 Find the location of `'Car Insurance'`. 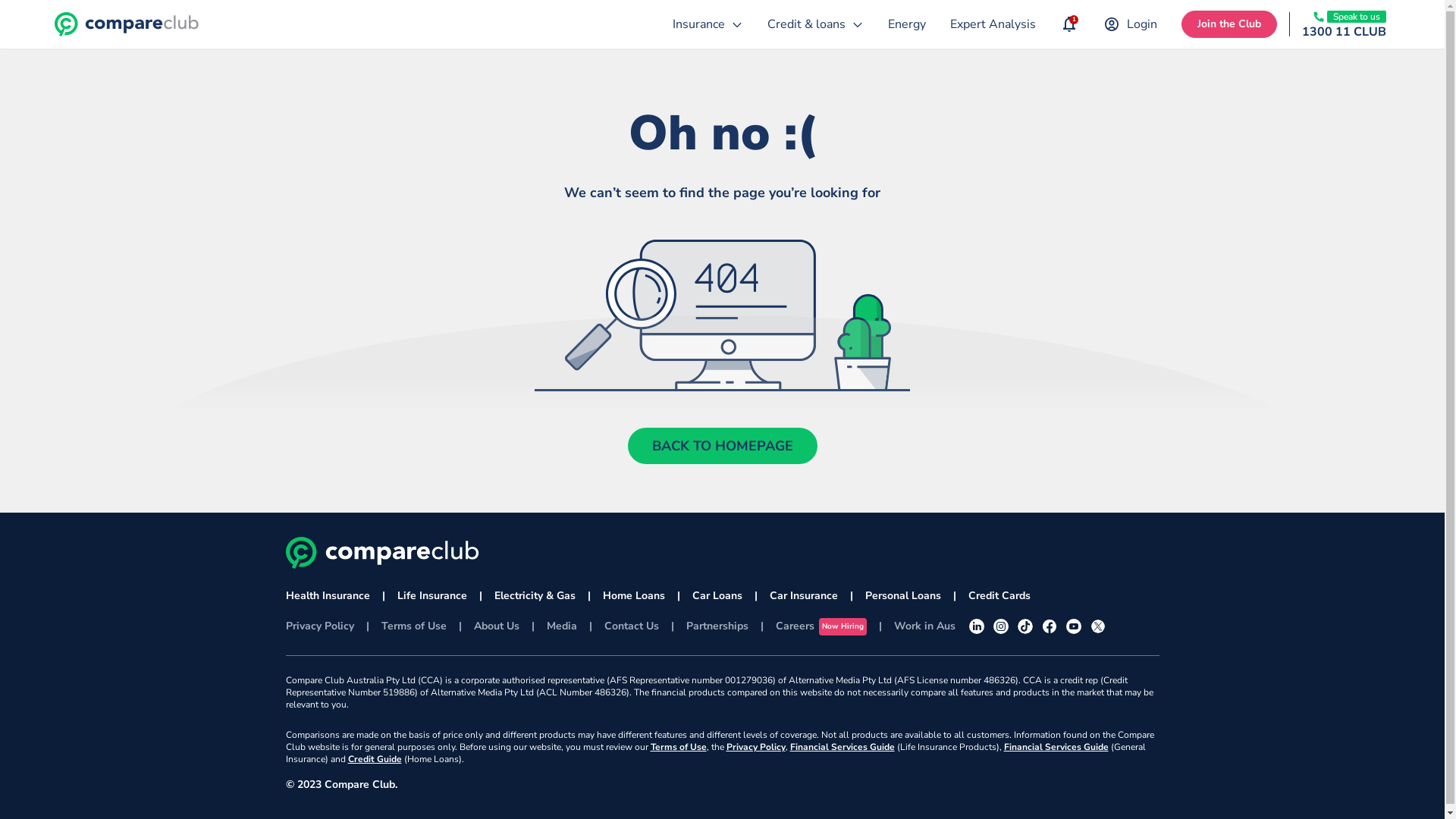

'Car Insurance' is located at coordinates (802, 595).